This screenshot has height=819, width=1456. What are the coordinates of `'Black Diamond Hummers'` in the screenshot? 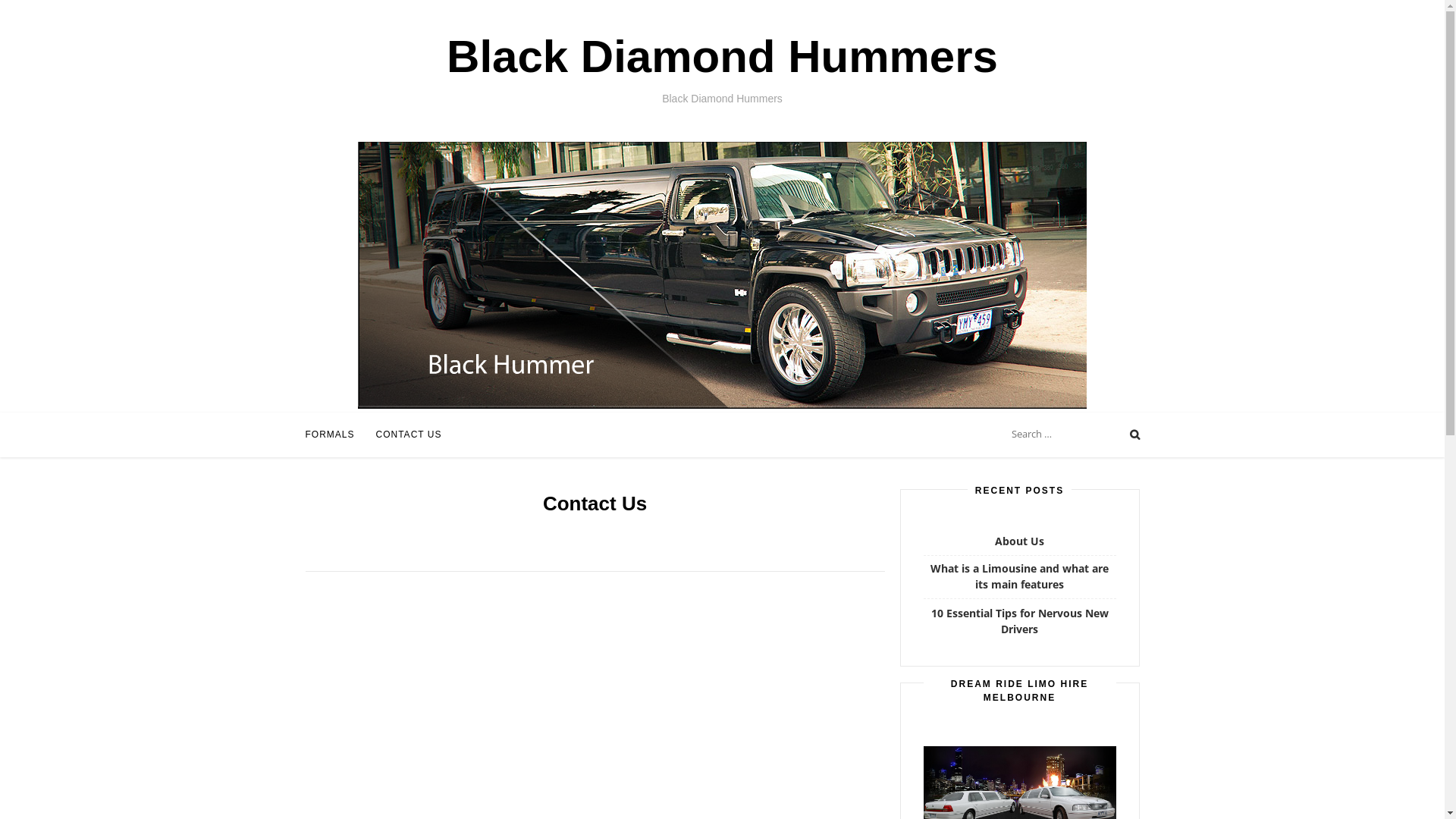 It's located at (721, 55).